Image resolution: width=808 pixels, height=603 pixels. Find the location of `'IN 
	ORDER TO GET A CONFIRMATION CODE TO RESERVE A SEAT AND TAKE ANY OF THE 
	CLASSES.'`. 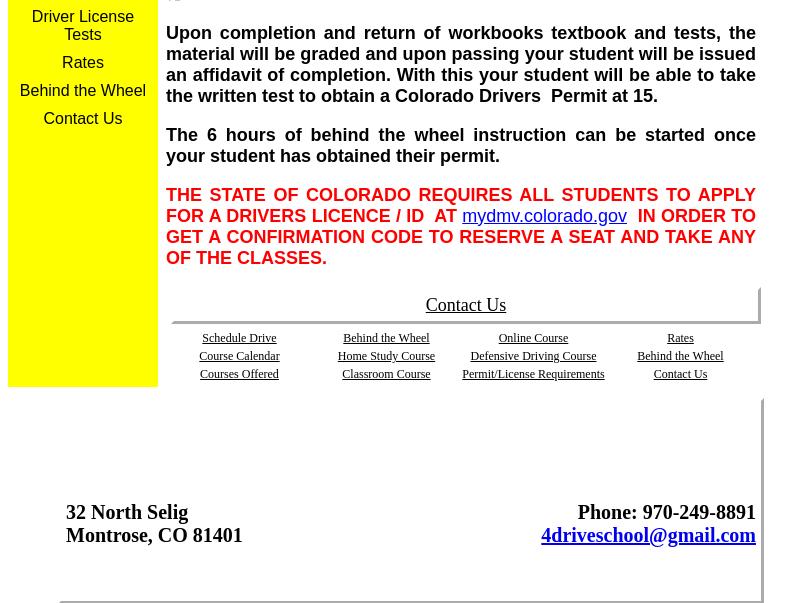

'IN 
	ORDER TO GET A CONFIRMATION CODE TO RESERVE A SEAT AND TAKE ANY OF THE 
	CLASSES.' is located at coordinates (460, 236).